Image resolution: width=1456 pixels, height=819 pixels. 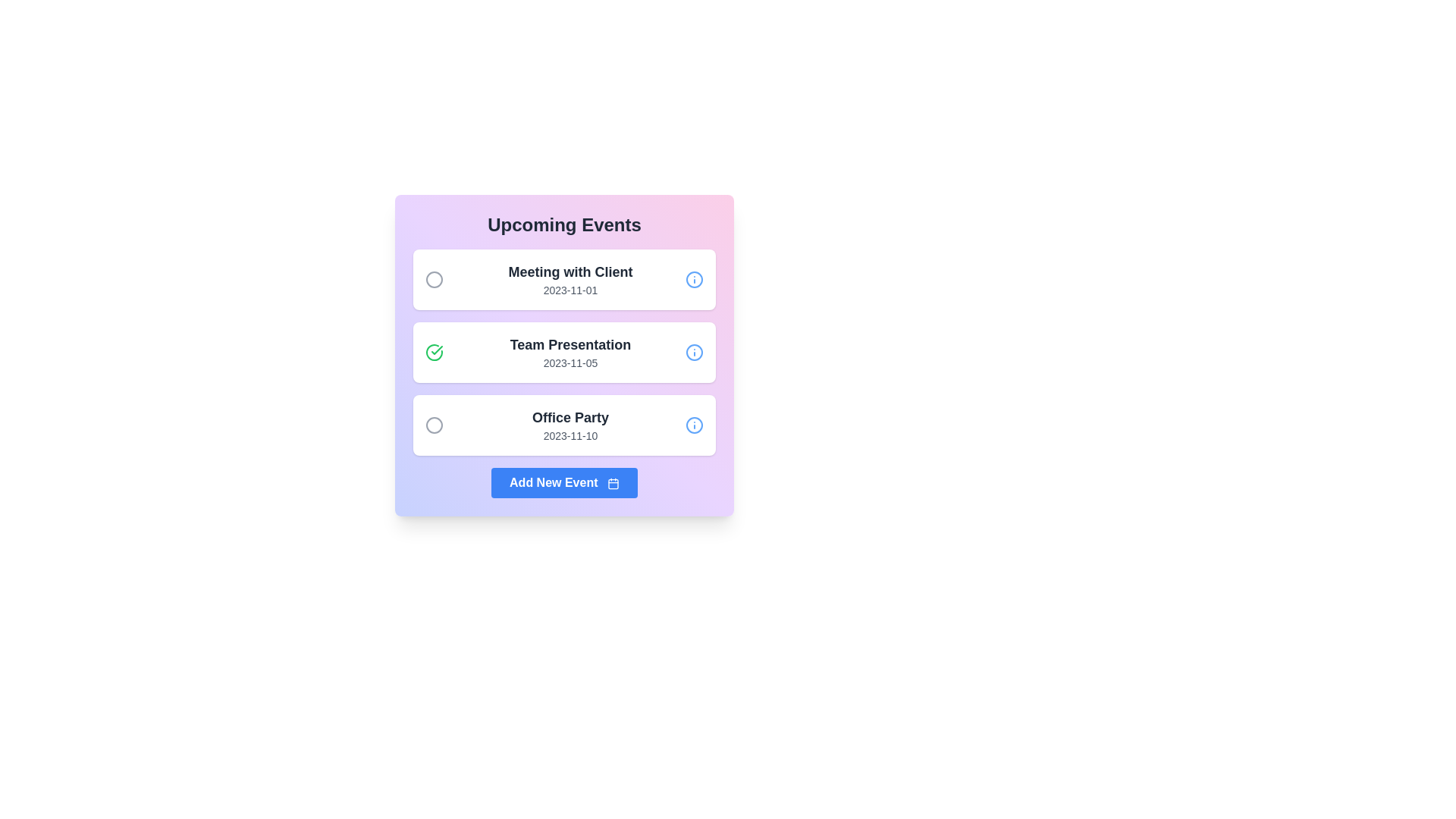 What do you see at coordinates (433, 425) in the screenshot?
I see `the toggle or selection indicator for the 'Office Party' event` at bounding box center [433, 425].